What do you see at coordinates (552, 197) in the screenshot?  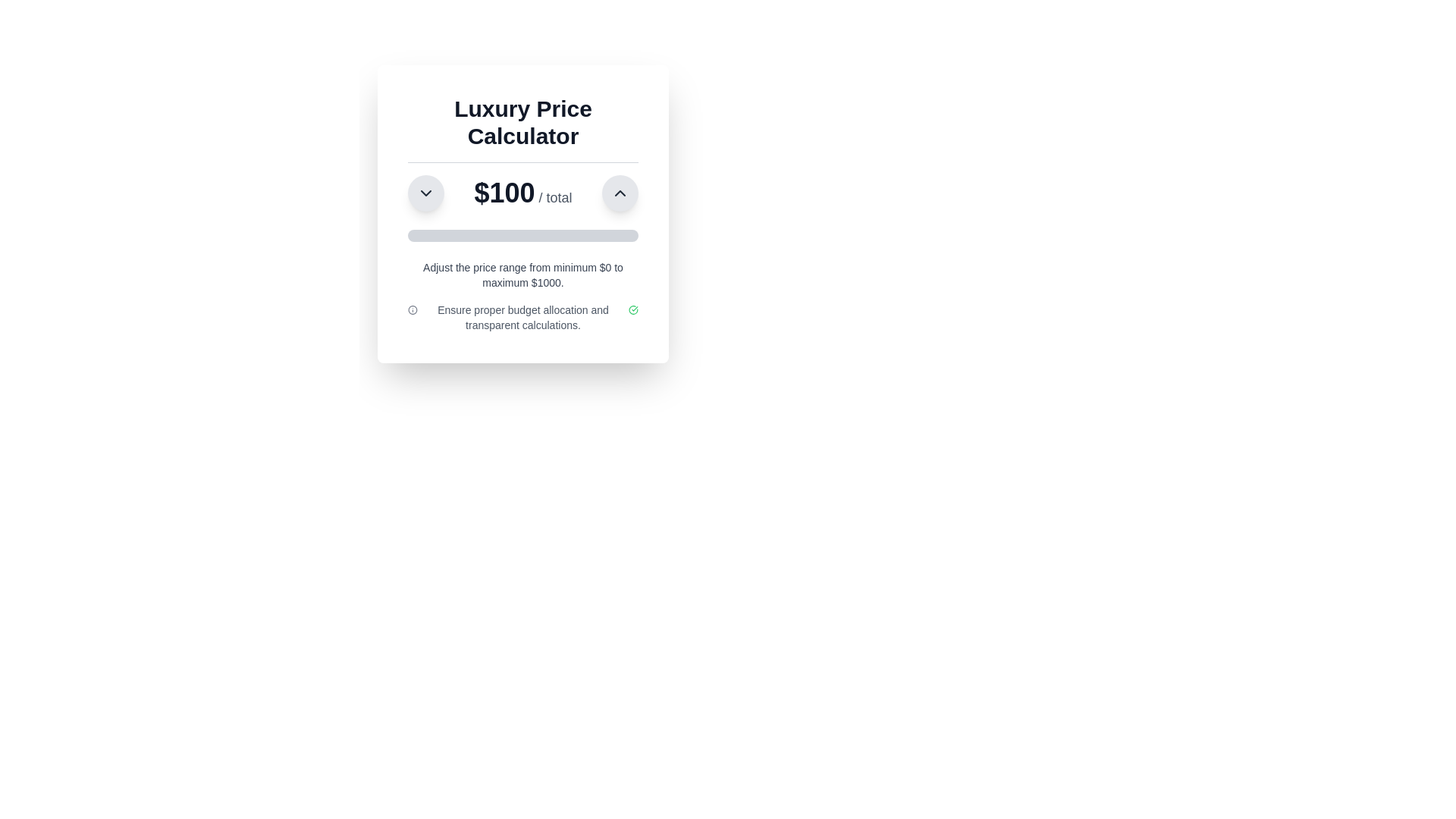 I see `the non-interactive text label that provides secondary descriptive information for the primary value '$100', located to the right side of the '$100' text within the lower section of a larger bolded text block` at bounding box center [552, 197].